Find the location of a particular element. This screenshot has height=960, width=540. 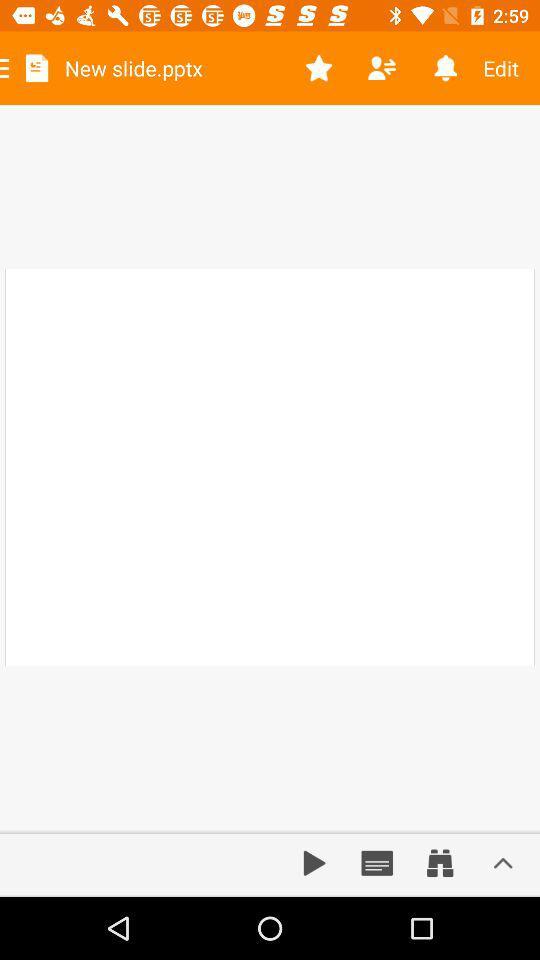

the date_range icon is located at coordinates (440, 862).